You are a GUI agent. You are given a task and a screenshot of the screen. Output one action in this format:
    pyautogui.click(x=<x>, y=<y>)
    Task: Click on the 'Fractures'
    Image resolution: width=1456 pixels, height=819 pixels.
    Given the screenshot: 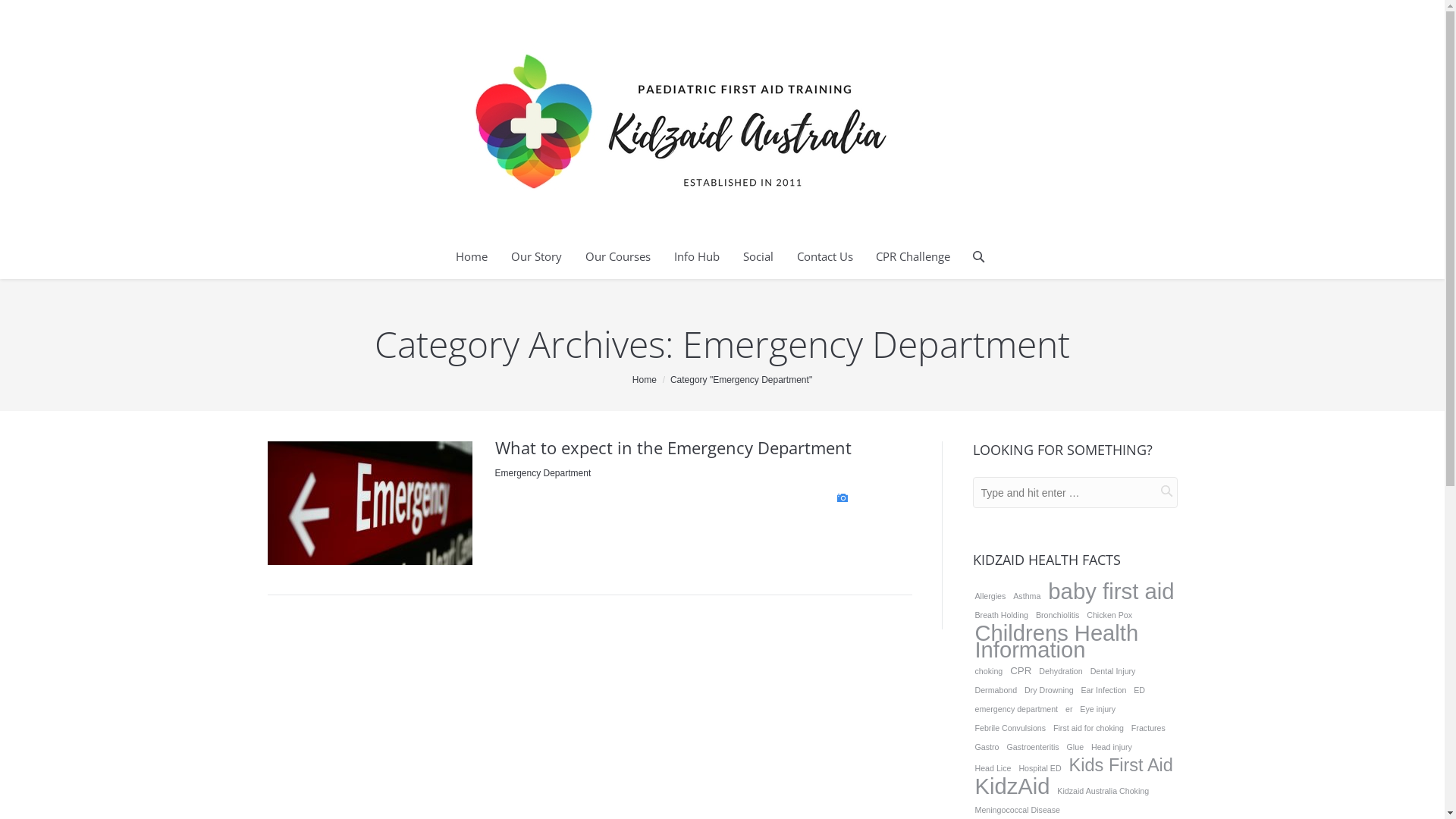 What is the action you would take?
    pyautogui.click(x=1148, y=727)
    